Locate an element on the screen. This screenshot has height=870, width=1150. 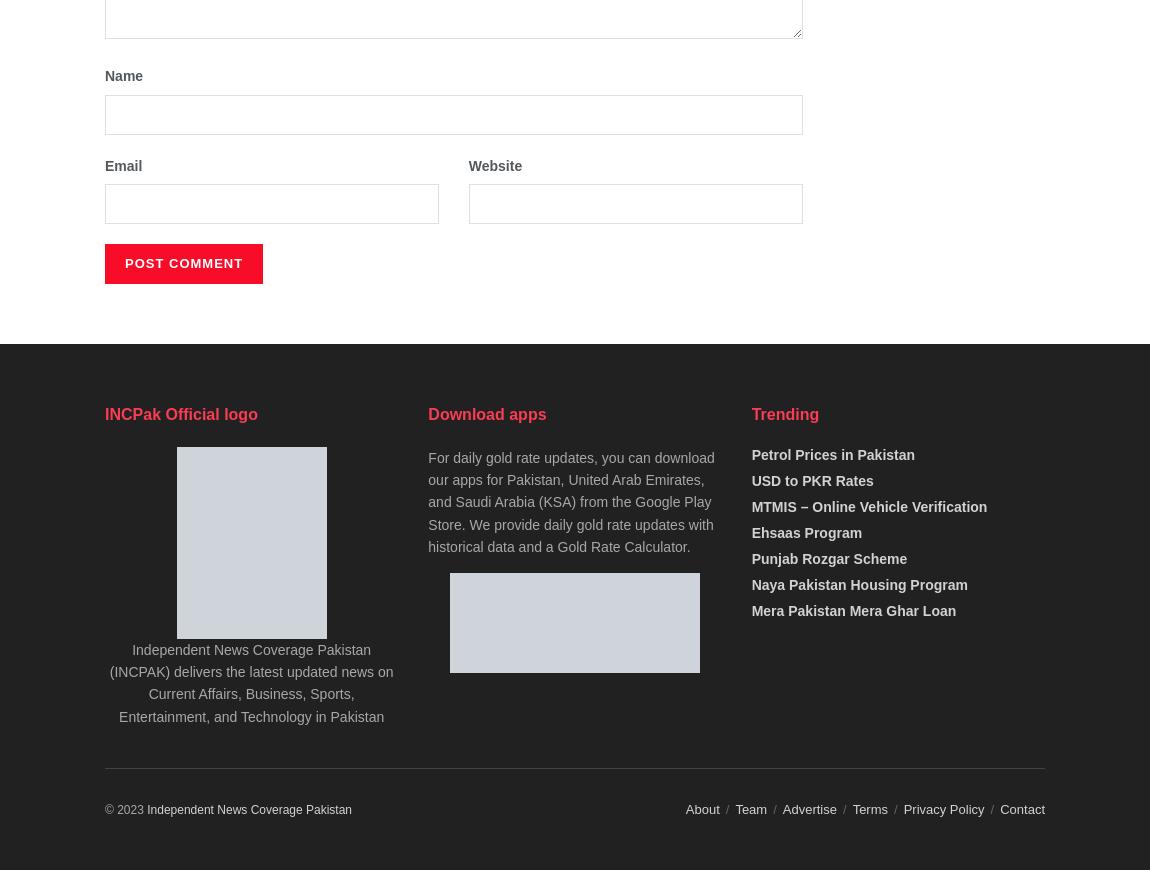
'Website' is located at coordinates (468, 164).